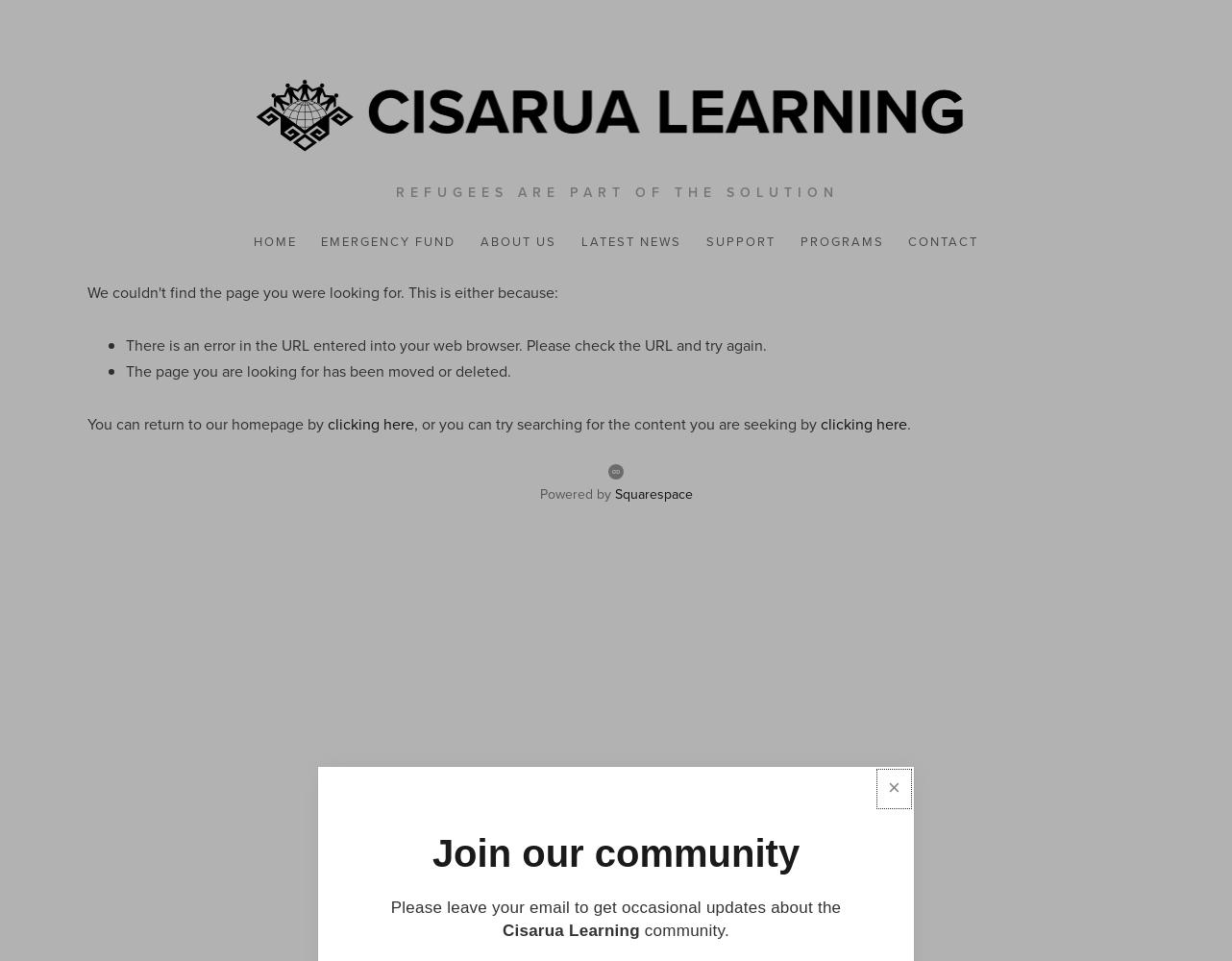 The width and height of the screenshot is (1232, 961). I want to click on 'Refugees are part of the solution', so click(617, 190).